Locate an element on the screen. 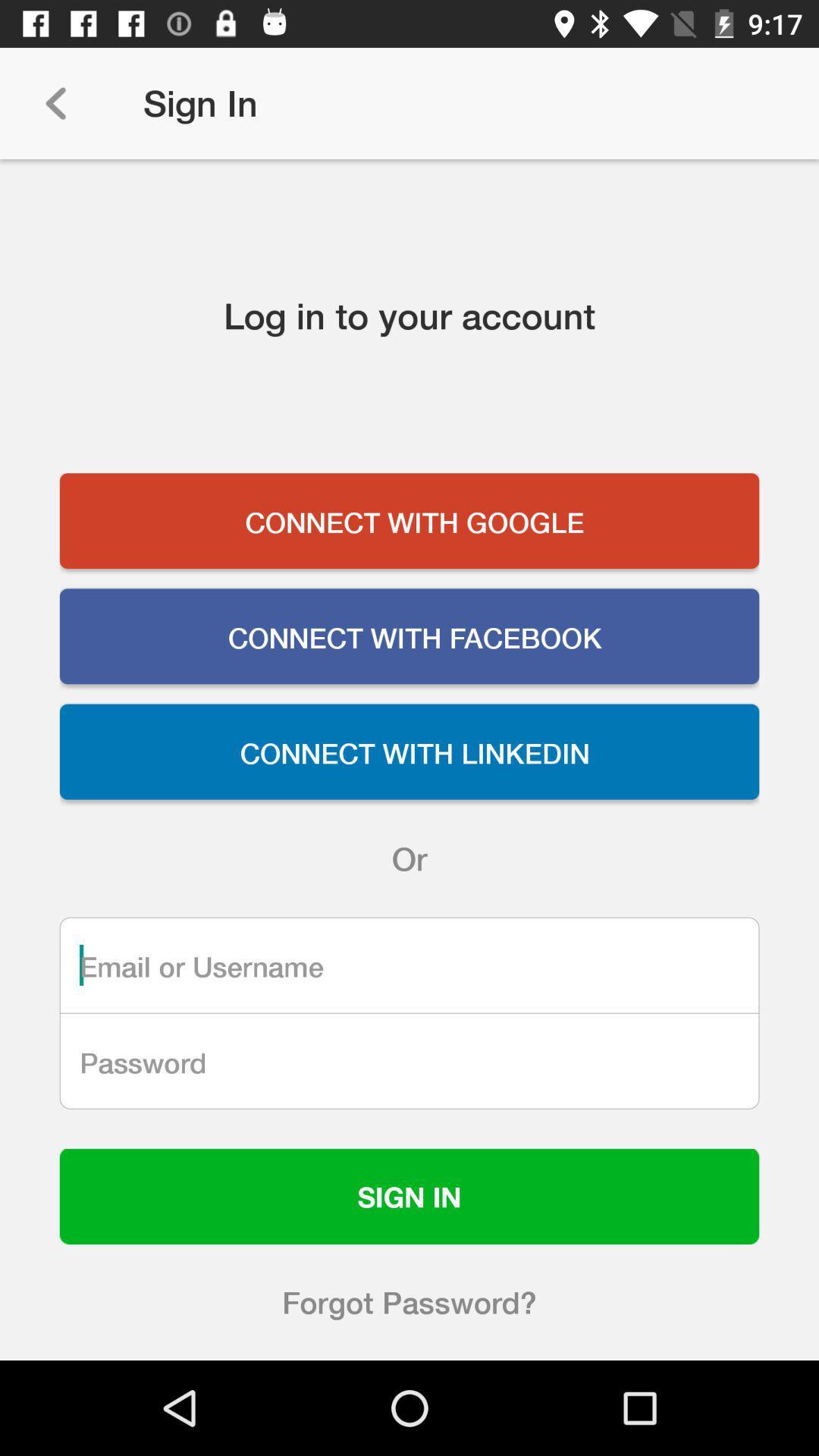 The image size is (819, 1456). the item below sign in item is located at coordinates (409, 1301).